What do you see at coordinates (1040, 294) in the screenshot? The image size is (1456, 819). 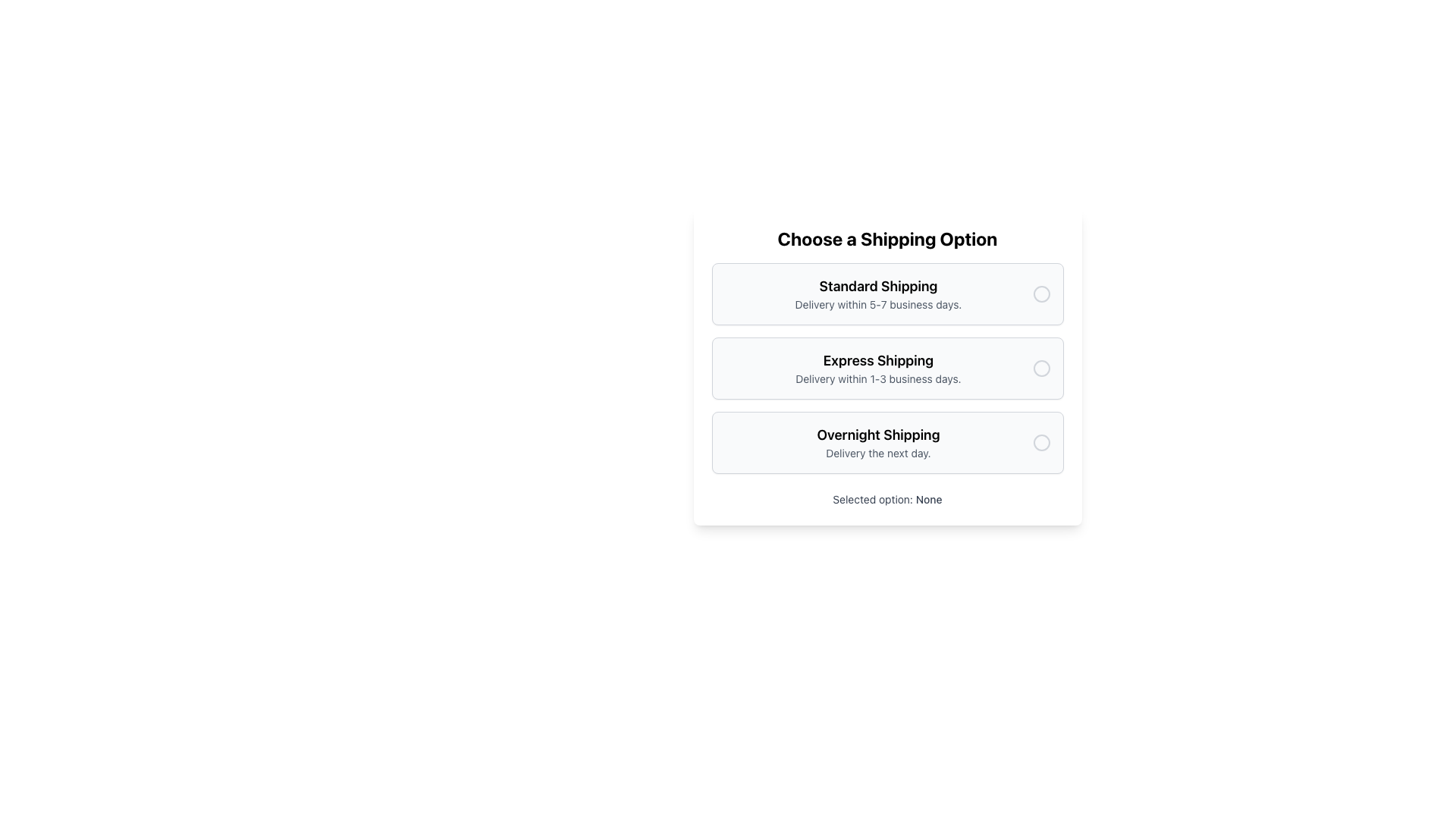 I see `the selectable radio button styled as a circle` at bounding box center [1040, 294].